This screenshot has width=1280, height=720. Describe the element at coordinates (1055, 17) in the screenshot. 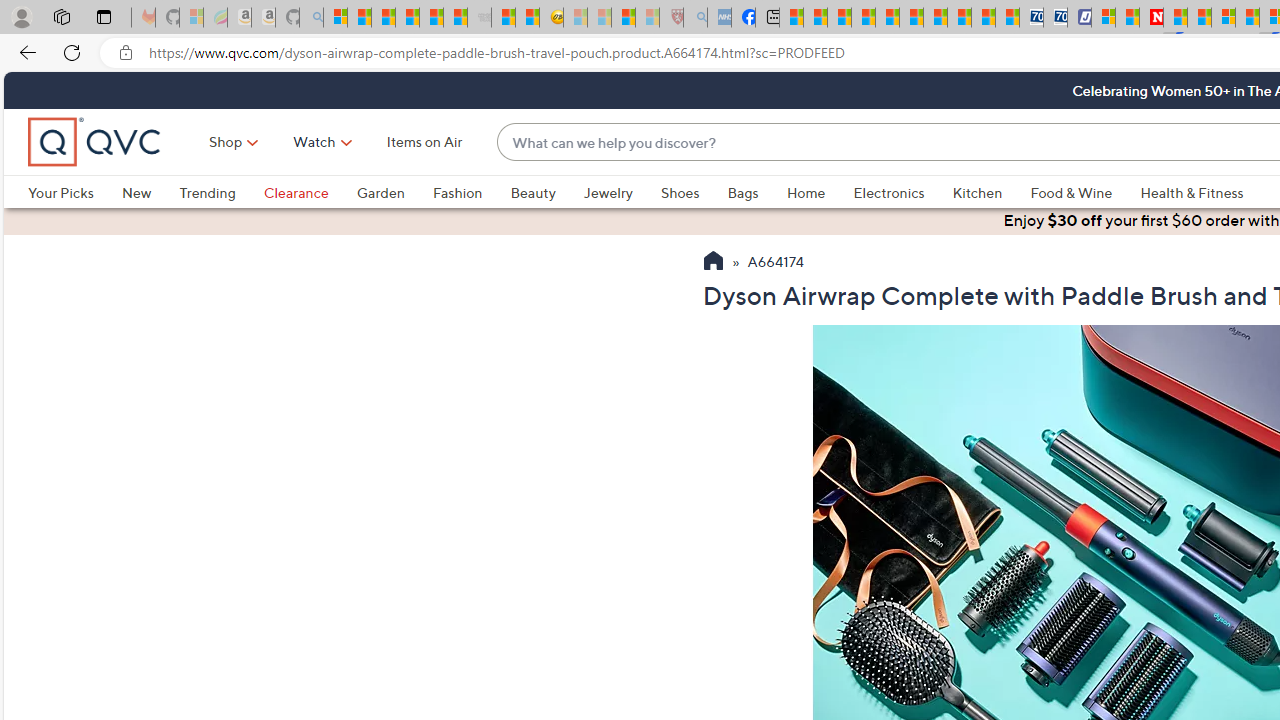

I see `'Cheap Hotels - Save70.com'` at that location.